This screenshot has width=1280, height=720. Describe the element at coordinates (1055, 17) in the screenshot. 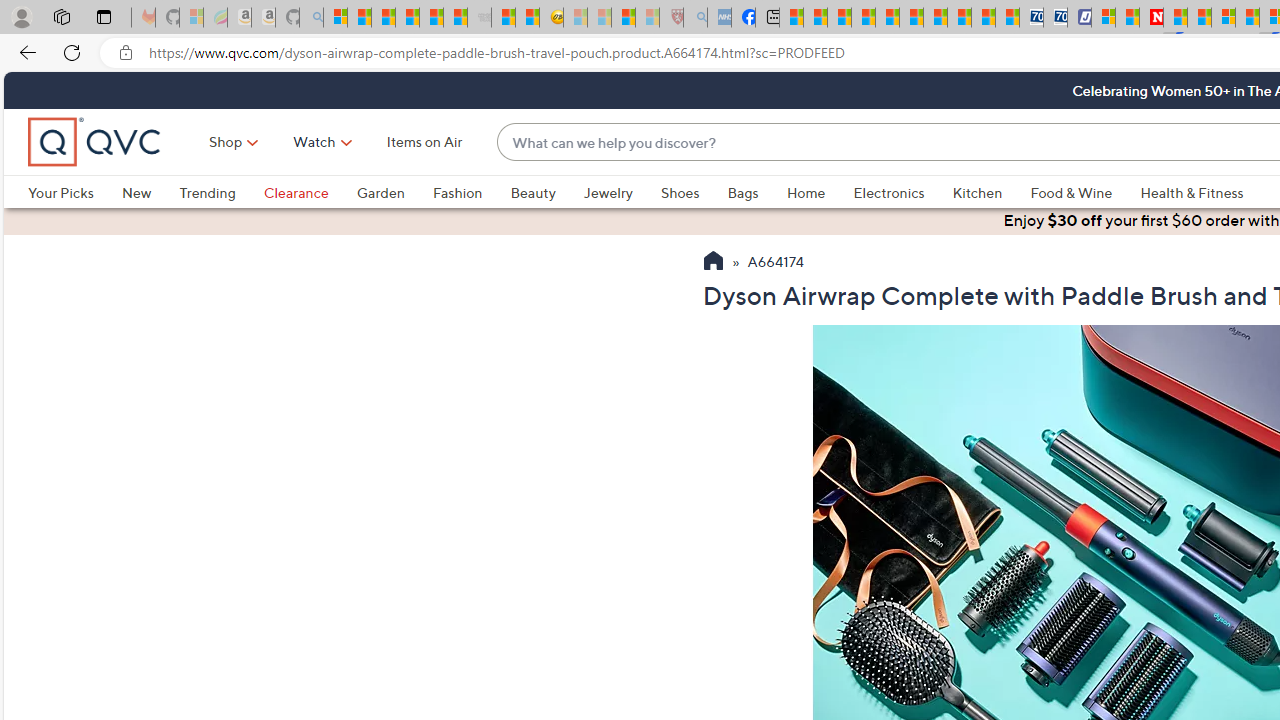

I see `'Cheap Hotels - Save70.com'` at that location.